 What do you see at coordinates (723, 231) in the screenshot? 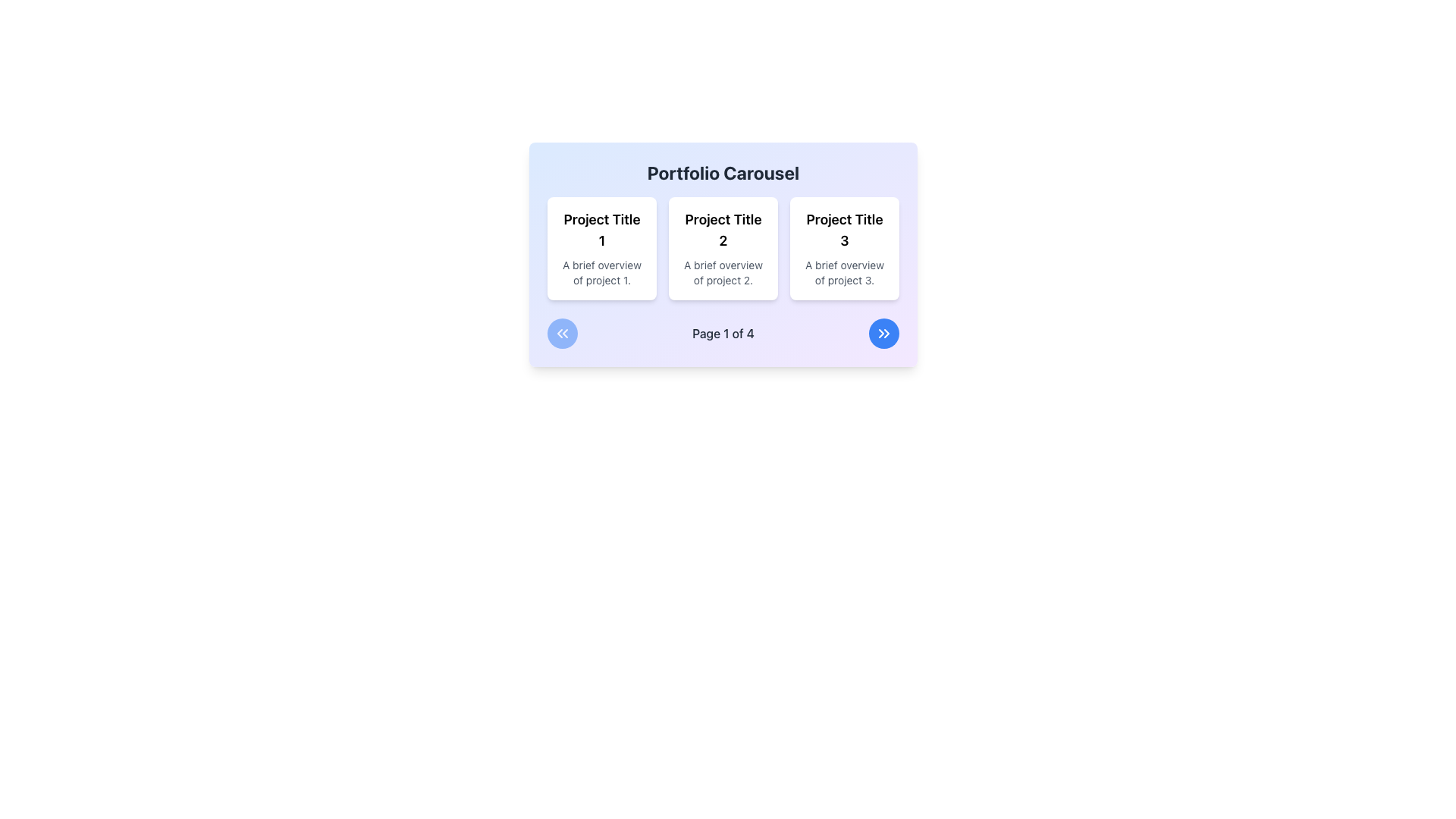
I see `the static text element displaying 'Project Title 2', which is styled as a prominent heading at the top center of a card` at bounding box center [723, 231].